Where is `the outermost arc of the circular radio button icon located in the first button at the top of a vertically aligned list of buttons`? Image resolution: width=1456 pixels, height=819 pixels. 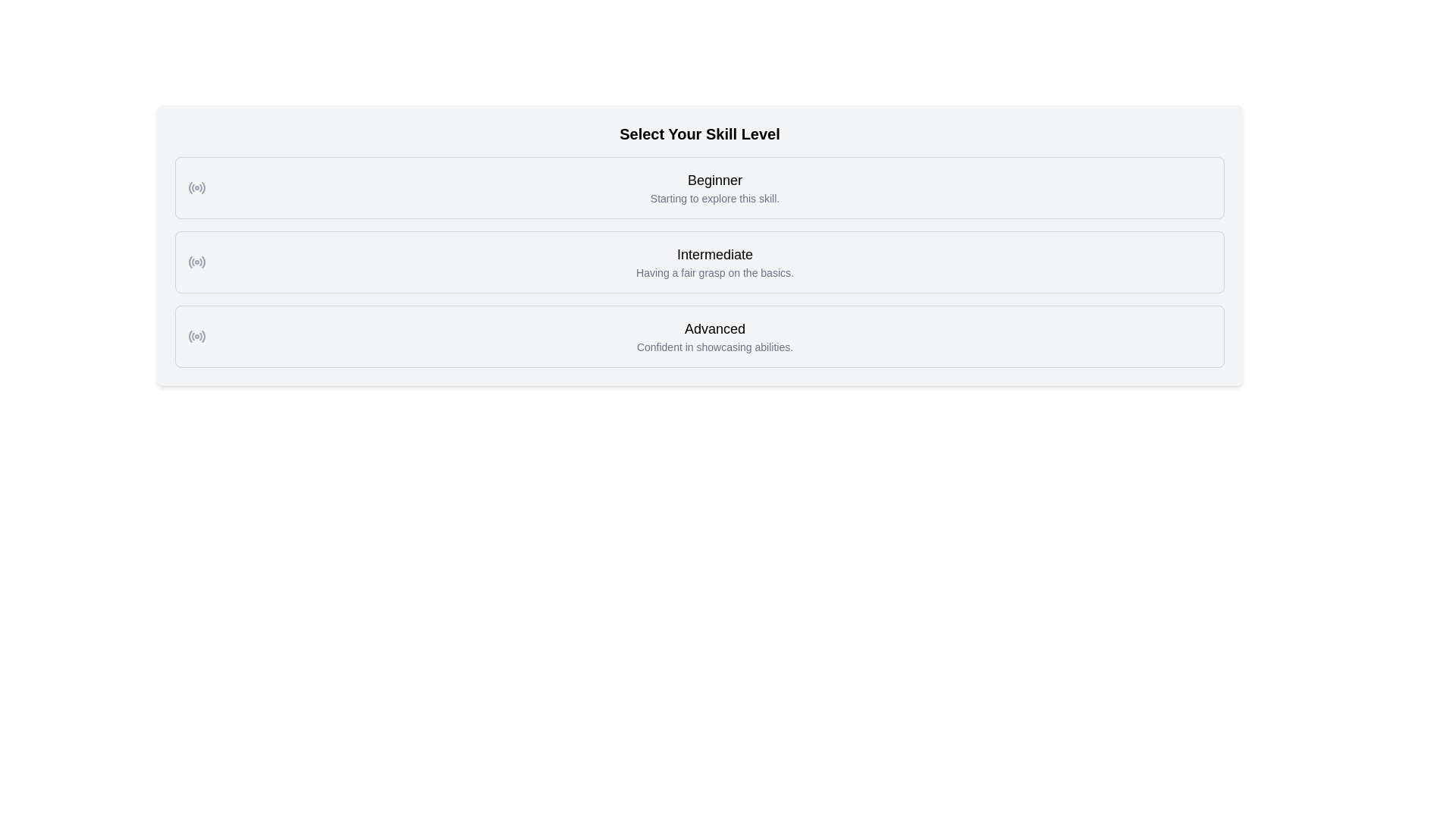
the outermost arc of the circular radio button icon located in the first button at the top of a vertically aligned list of buttons is located at coordinates (190, 187).